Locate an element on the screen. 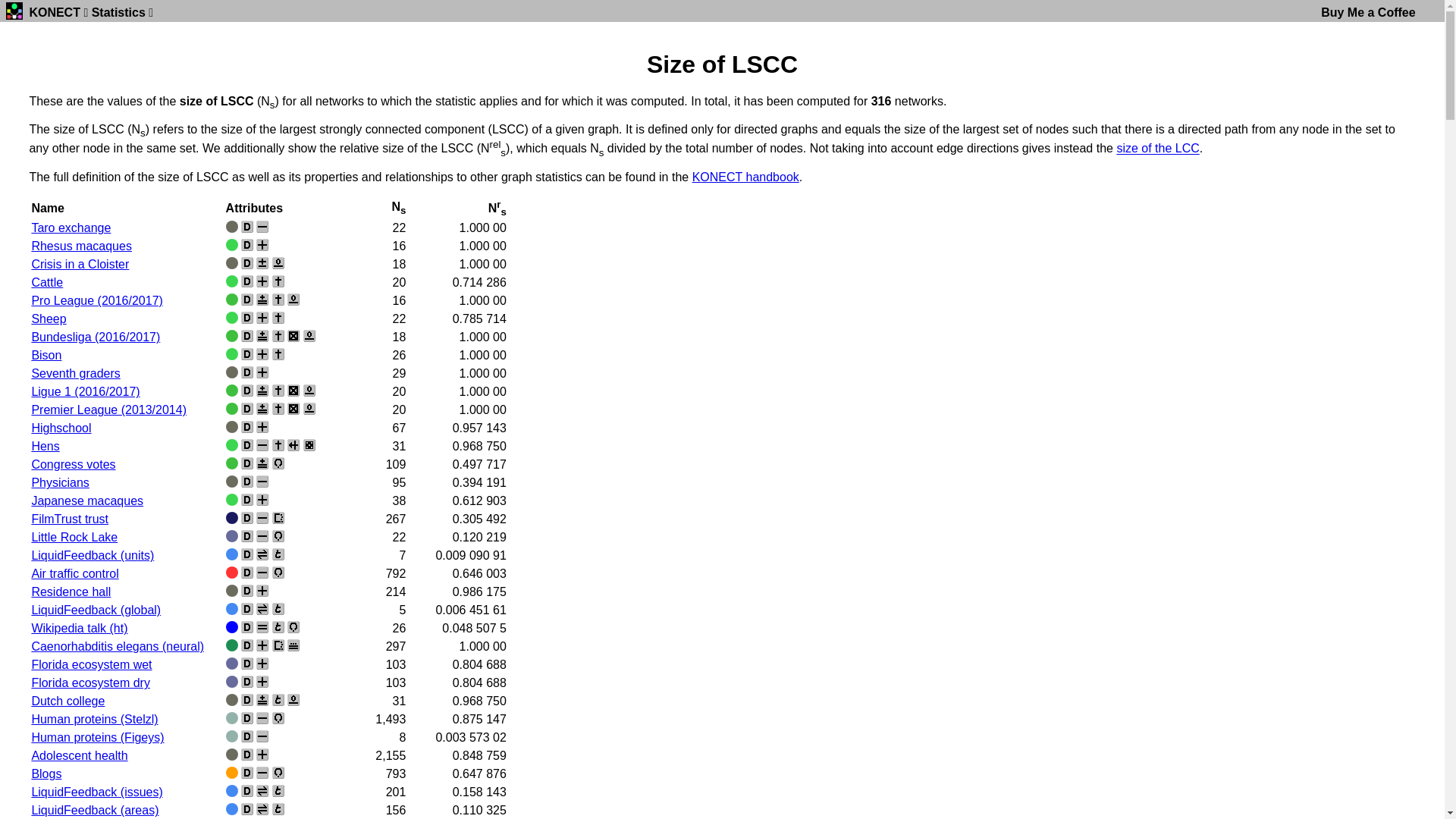 The image size is (1456, 819). 'Ligue 1 (2016/2017)' is located at coordinates (31, 391).